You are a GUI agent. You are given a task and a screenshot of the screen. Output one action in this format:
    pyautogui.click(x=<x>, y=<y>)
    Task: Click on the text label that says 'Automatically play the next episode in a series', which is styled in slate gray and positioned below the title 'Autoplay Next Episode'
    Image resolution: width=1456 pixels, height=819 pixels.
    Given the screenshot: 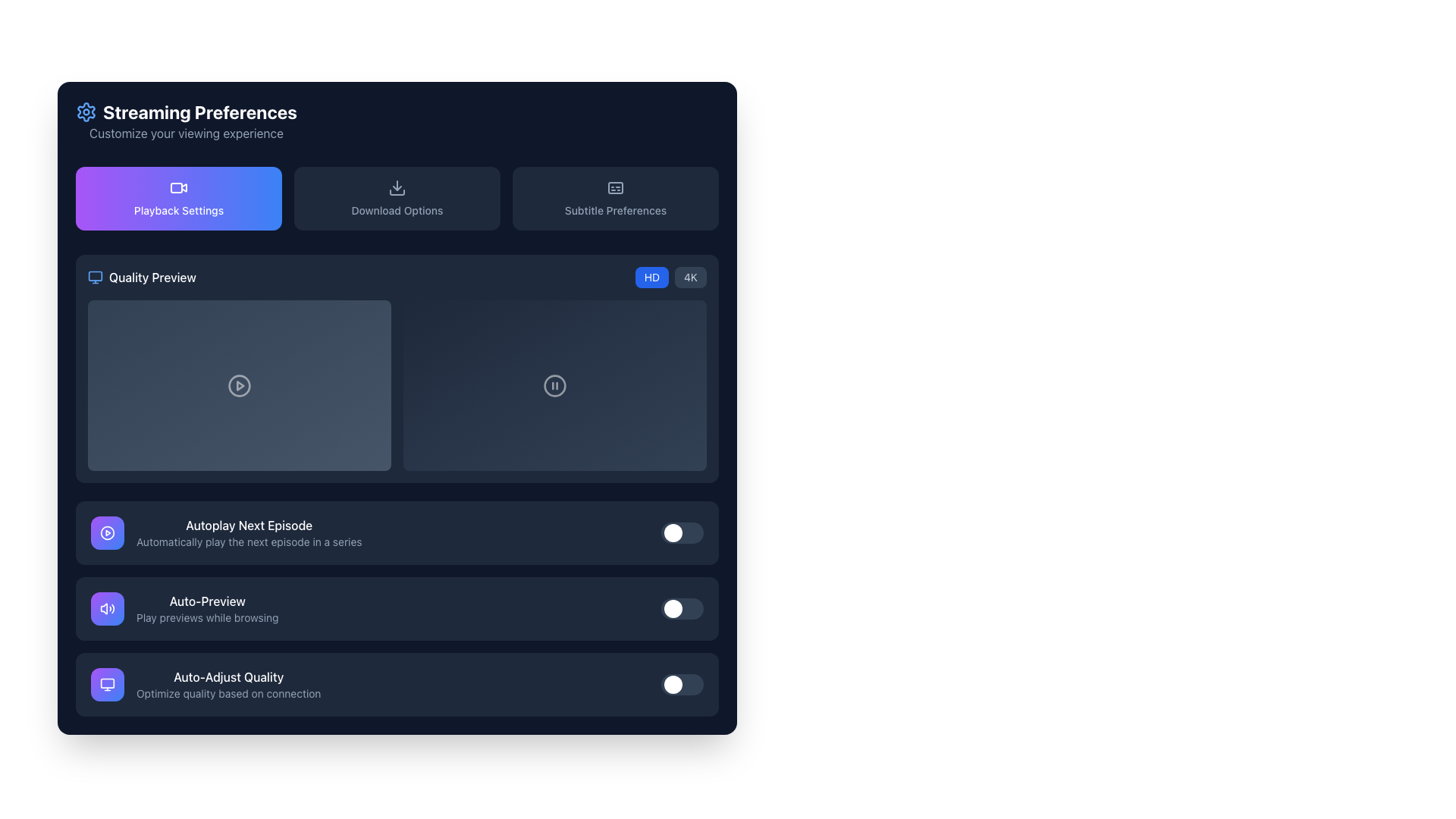 What is the action you would take?
    pyautogui.click(x=249, y=541)
    